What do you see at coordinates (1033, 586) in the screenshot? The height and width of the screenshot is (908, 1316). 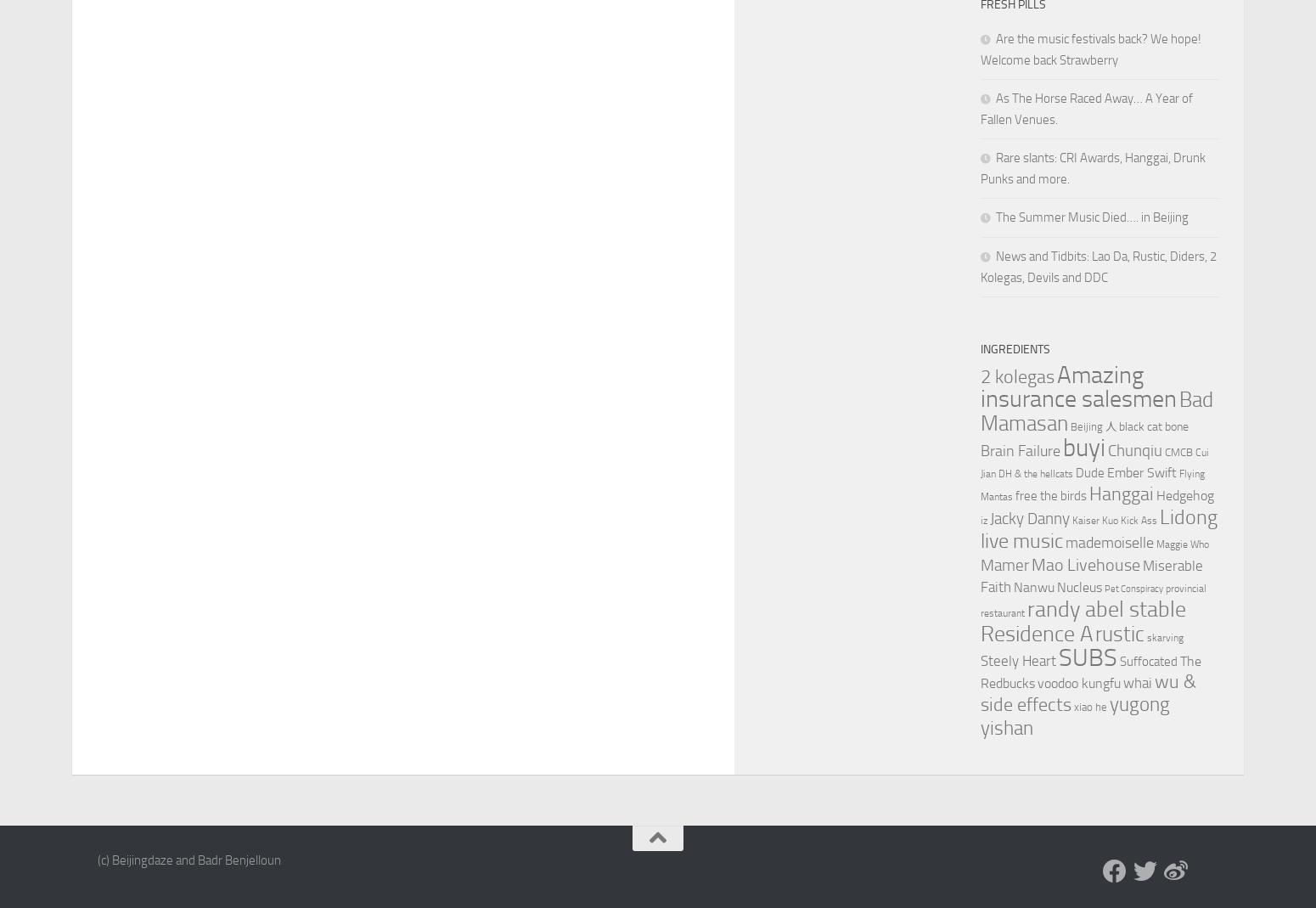 I see `'Nanwu'` at bounding box center [1033, 586].